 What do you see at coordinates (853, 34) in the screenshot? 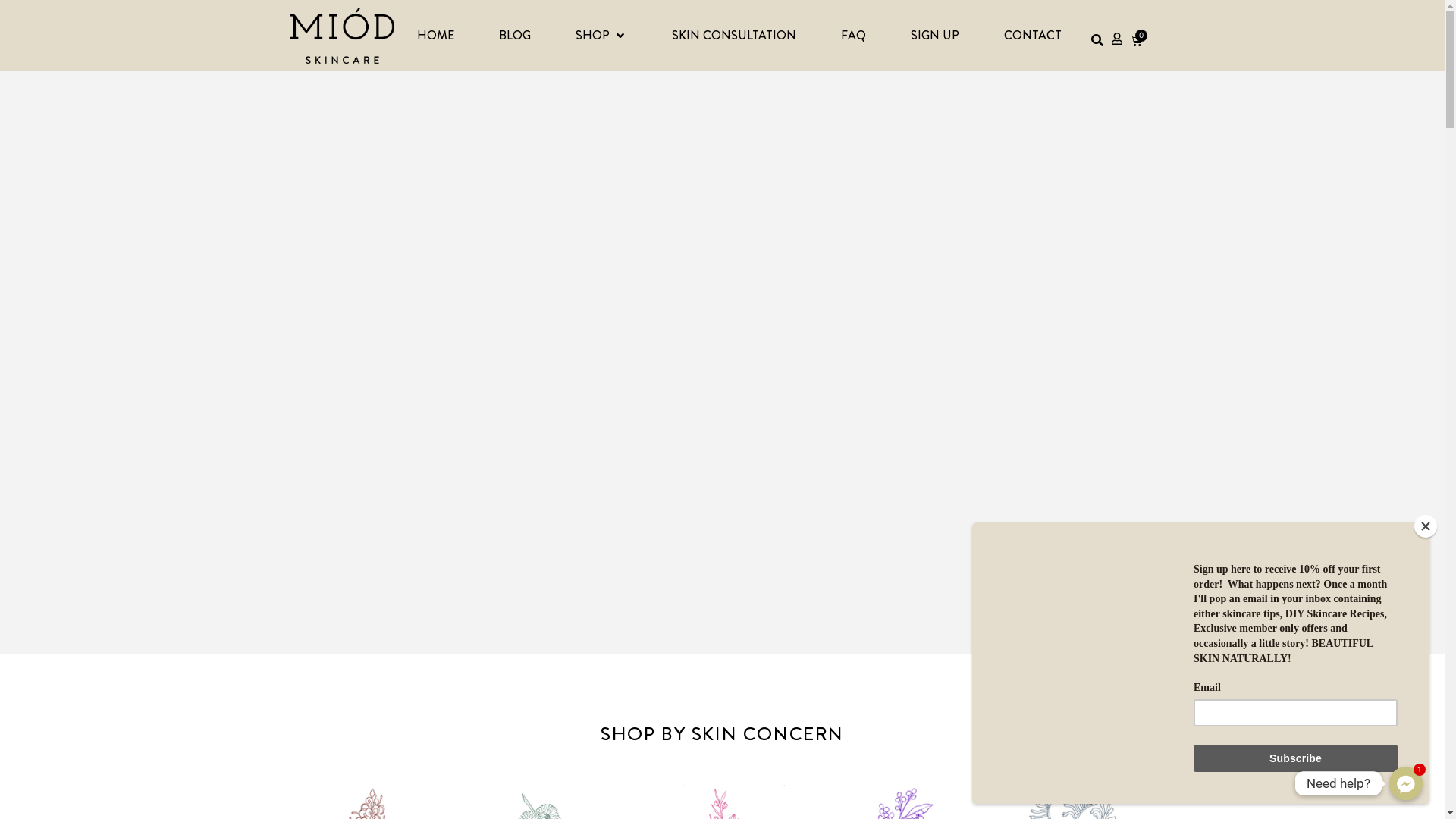
I see `'FAQ'` at bounding box center [853, 34].